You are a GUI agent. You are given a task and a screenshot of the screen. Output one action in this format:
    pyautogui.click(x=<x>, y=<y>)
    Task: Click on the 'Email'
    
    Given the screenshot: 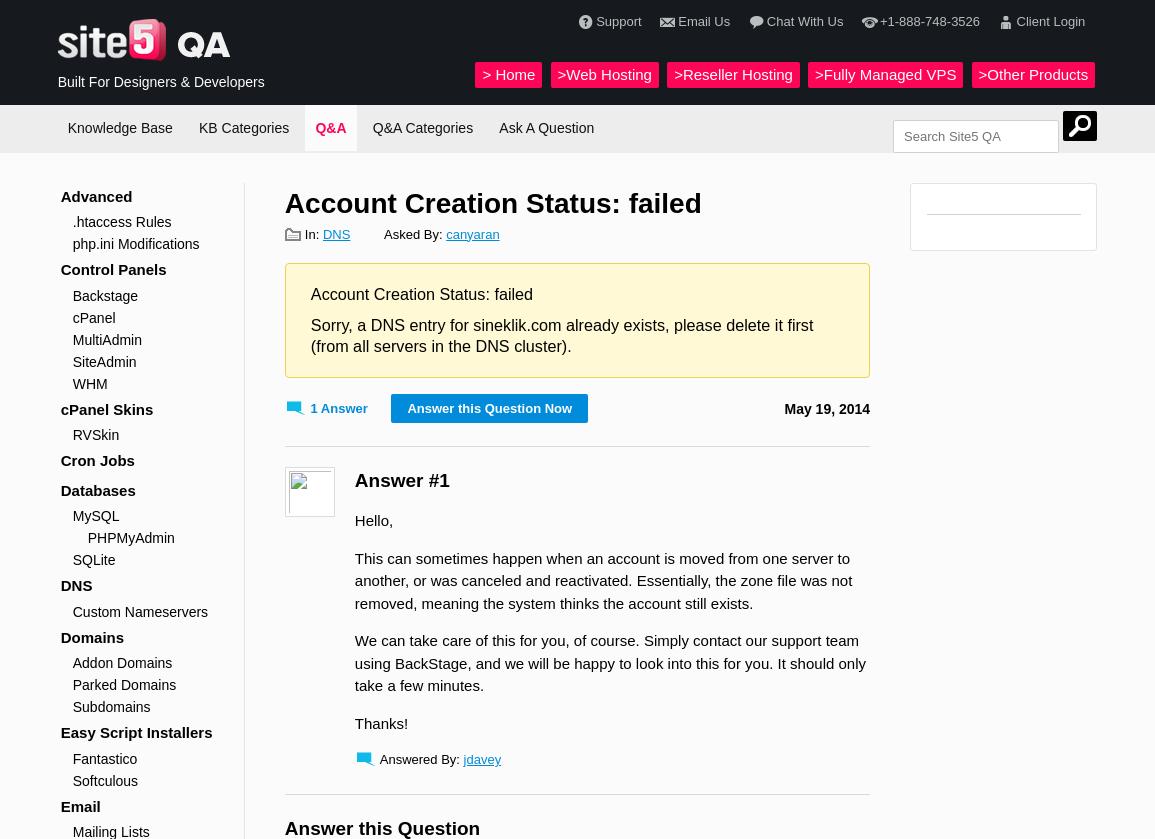 What is the action you would take?
    pyautogui.click(x=58, y=804)
    